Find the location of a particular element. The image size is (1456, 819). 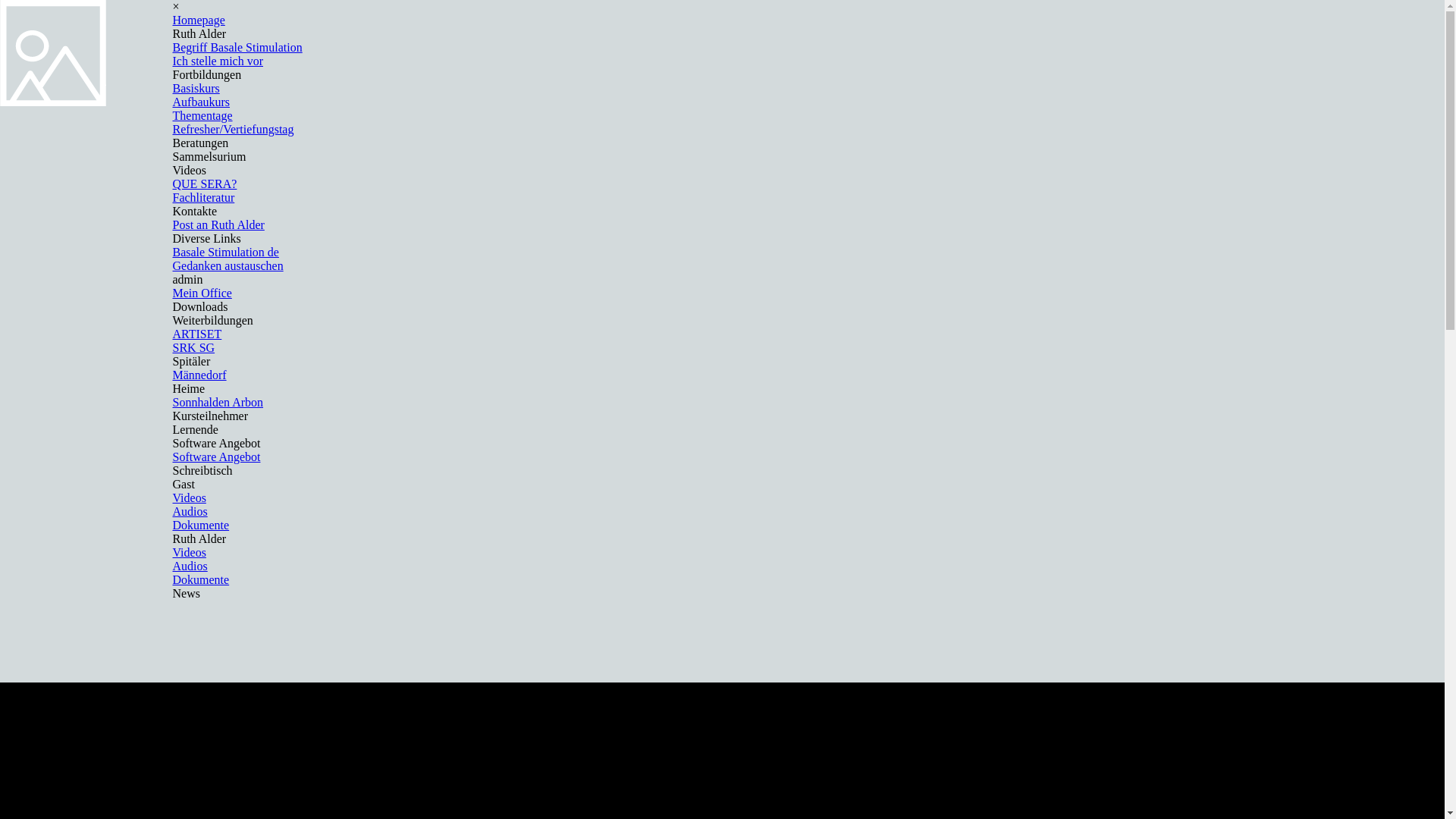

'Dokumente' is located at coordinates (200, 524).